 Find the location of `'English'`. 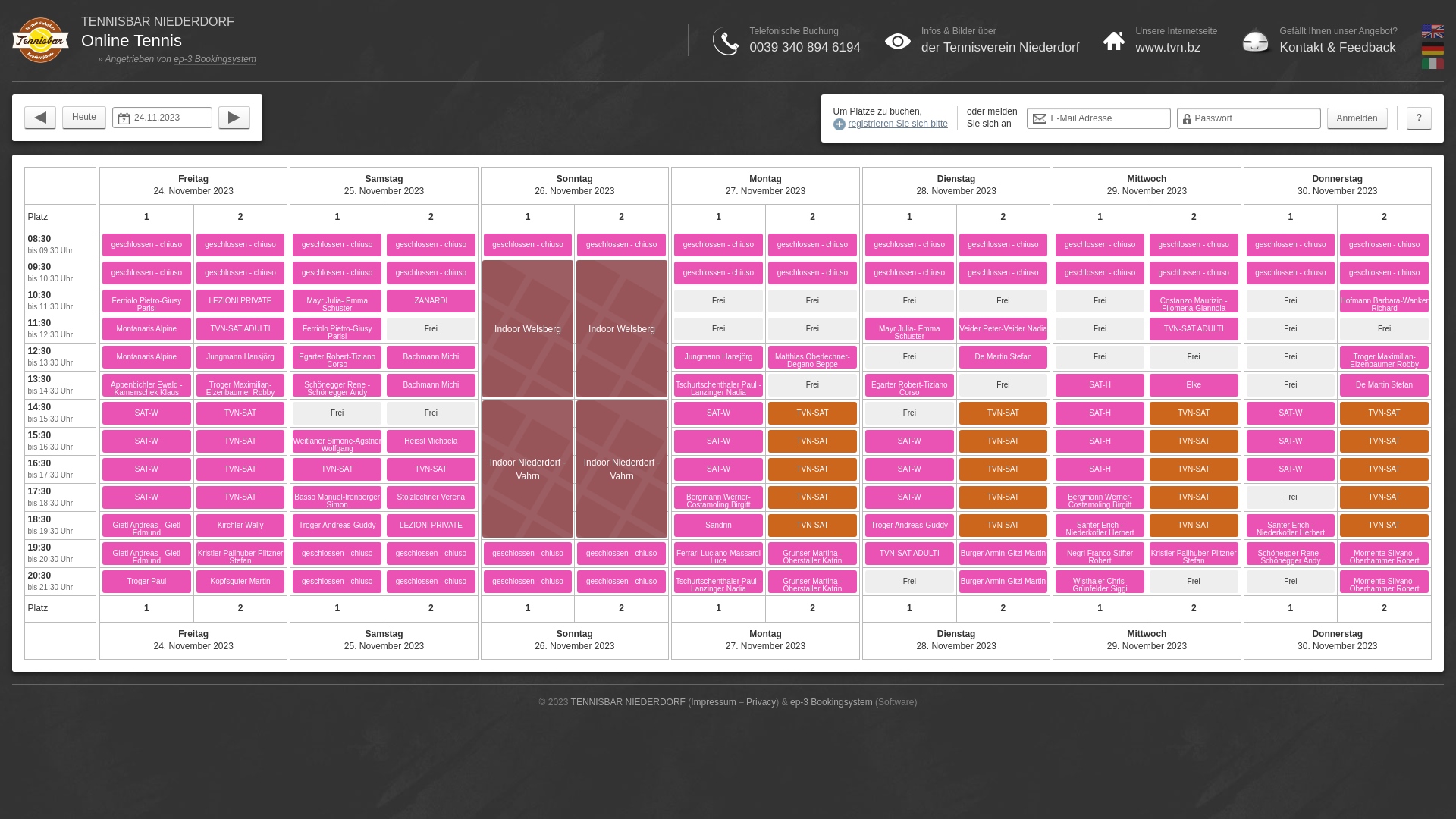

'English' is located at coordinates (1432, 34).